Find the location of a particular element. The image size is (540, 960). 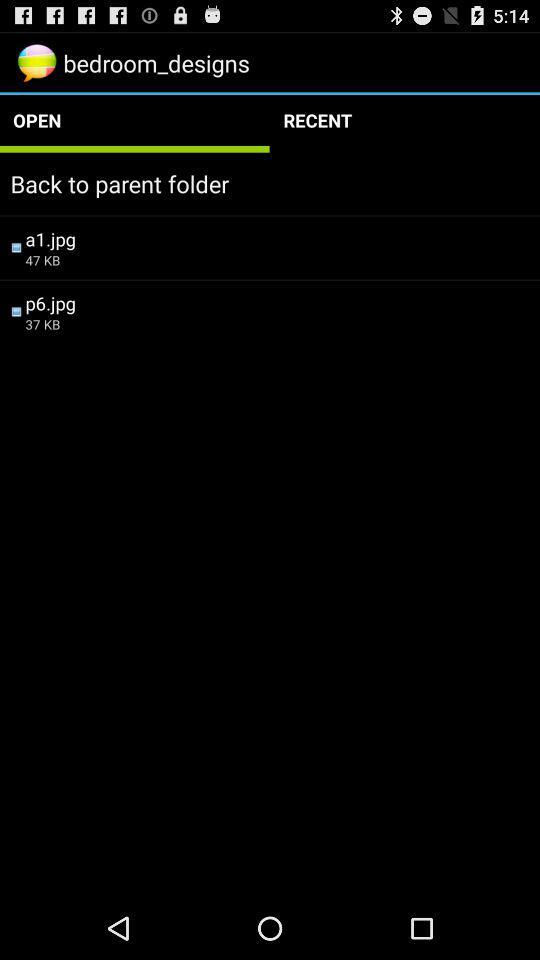

back to parent app is located at coordinates (270, 183).